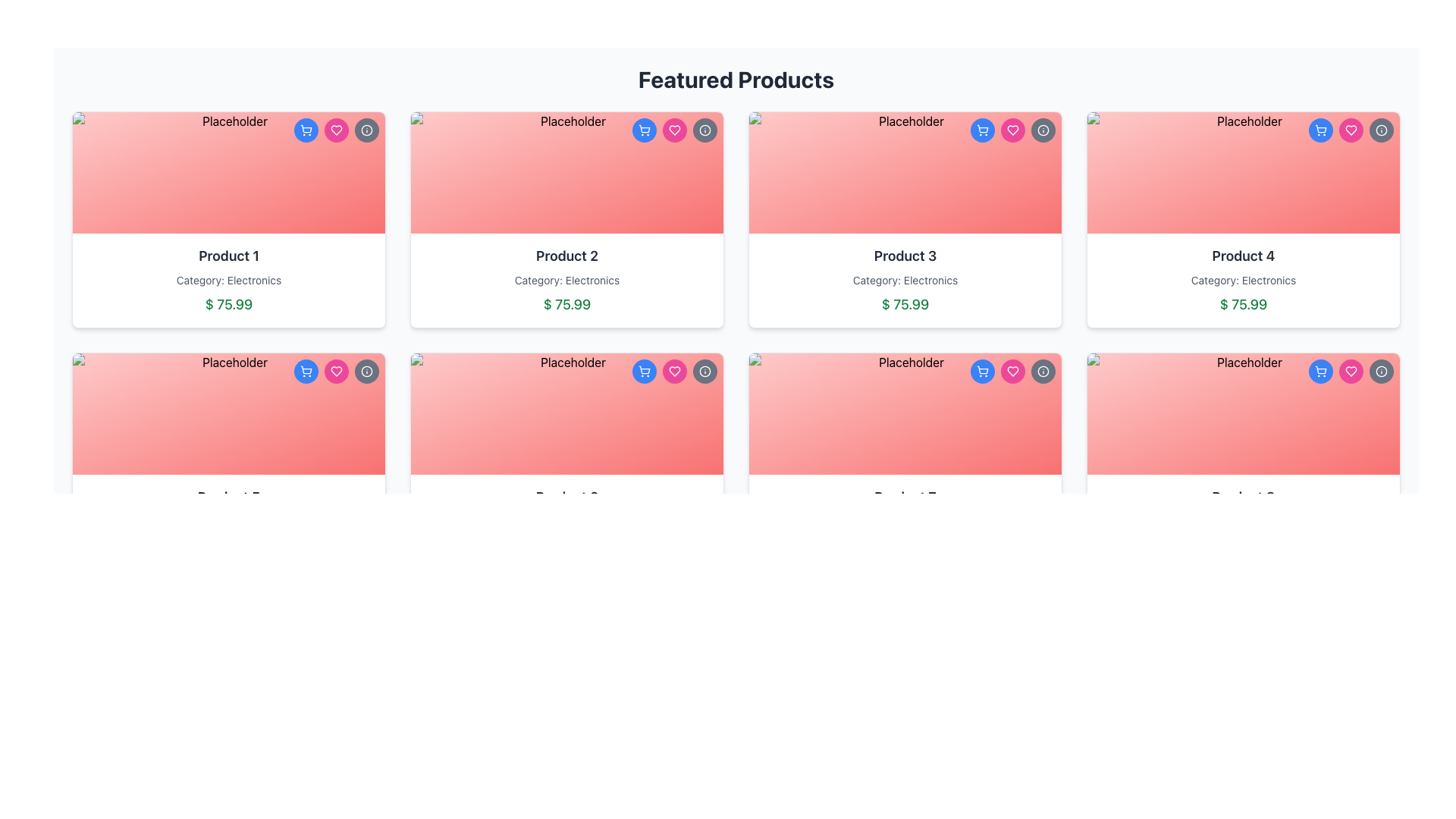  What do you see at coordinates (704, 130) in the screenshot?
I see `the circular button with a gray background and white border, featuring an info icon at its center, located in the top-right corner of the second product card` at bounding box center [704, 130].